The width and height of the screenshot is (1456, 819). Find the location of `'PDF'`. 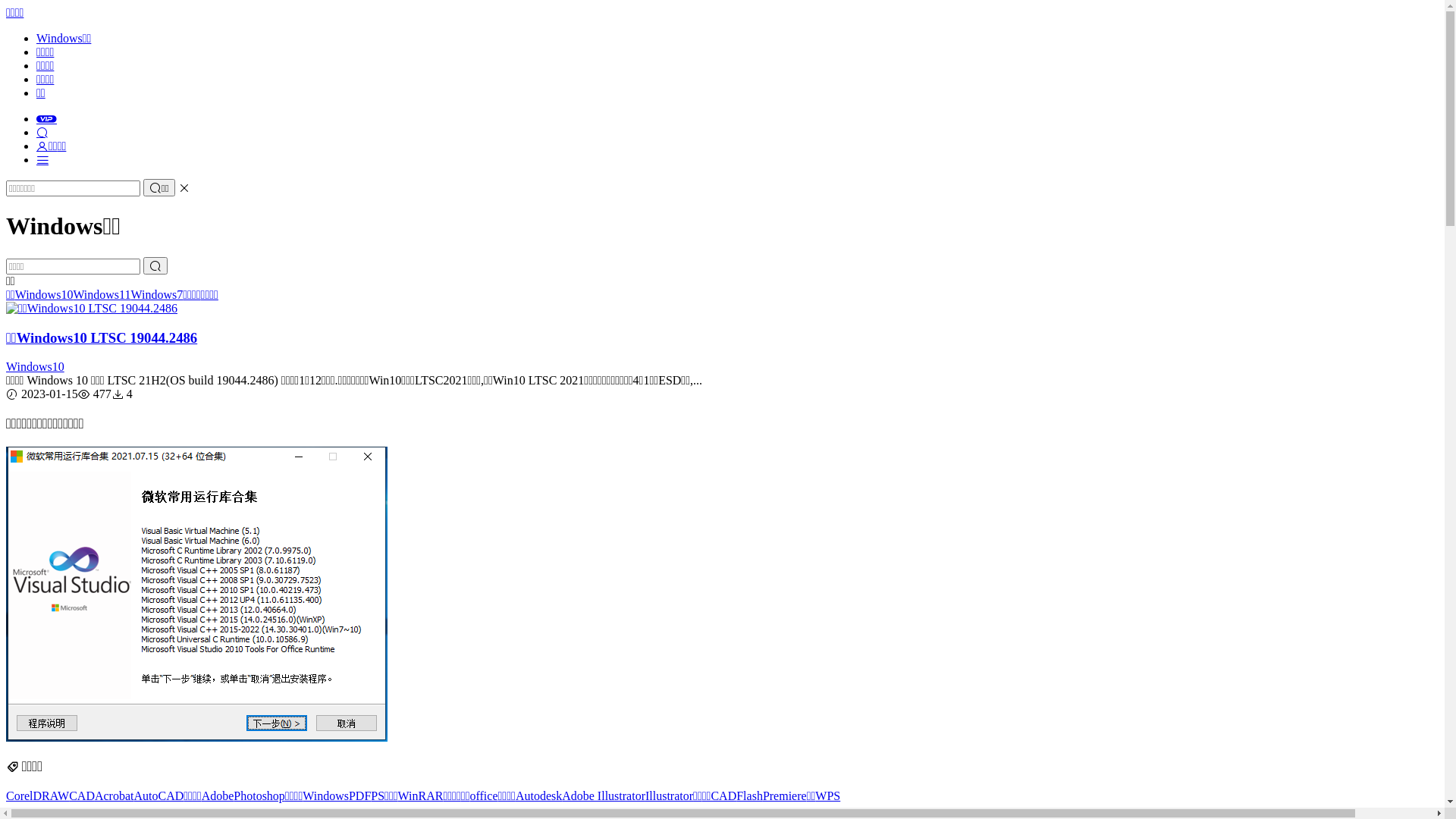

'PDF' is located at coordinates (348, 795).